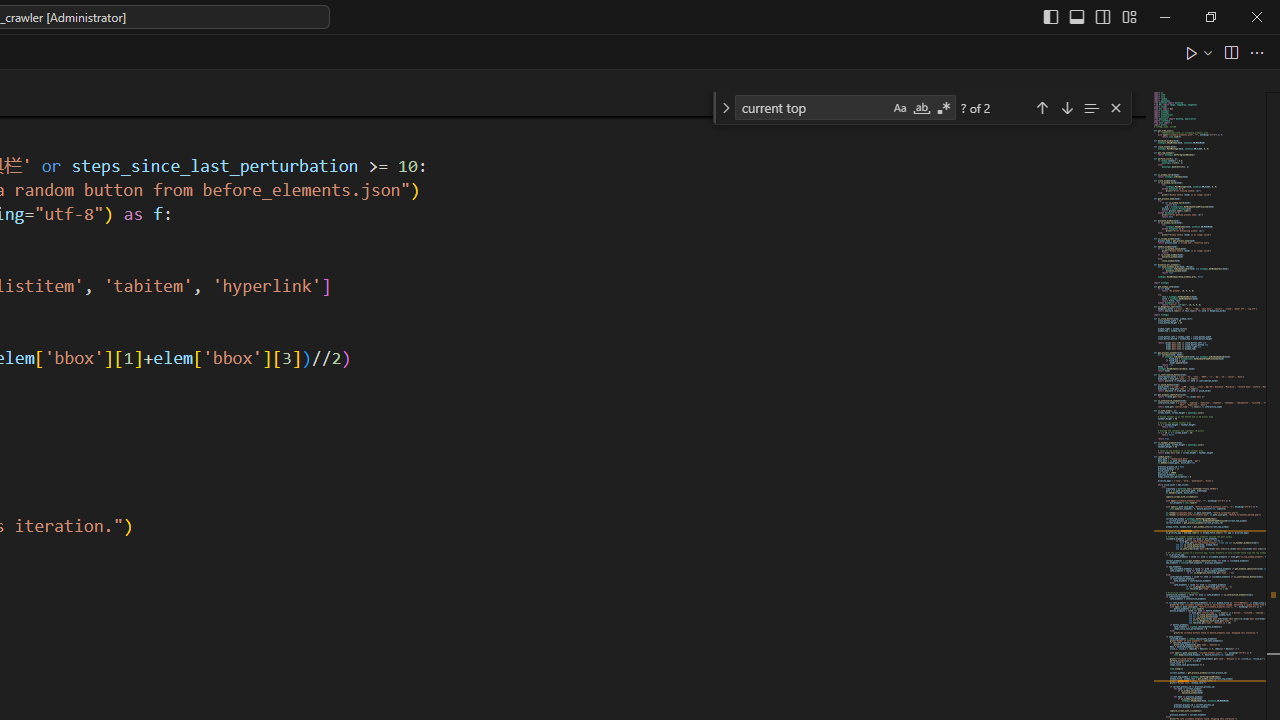 This screenshot has height=720, width=1280. I want to click on 'Next Match (Enter)', so click(1065, 107).